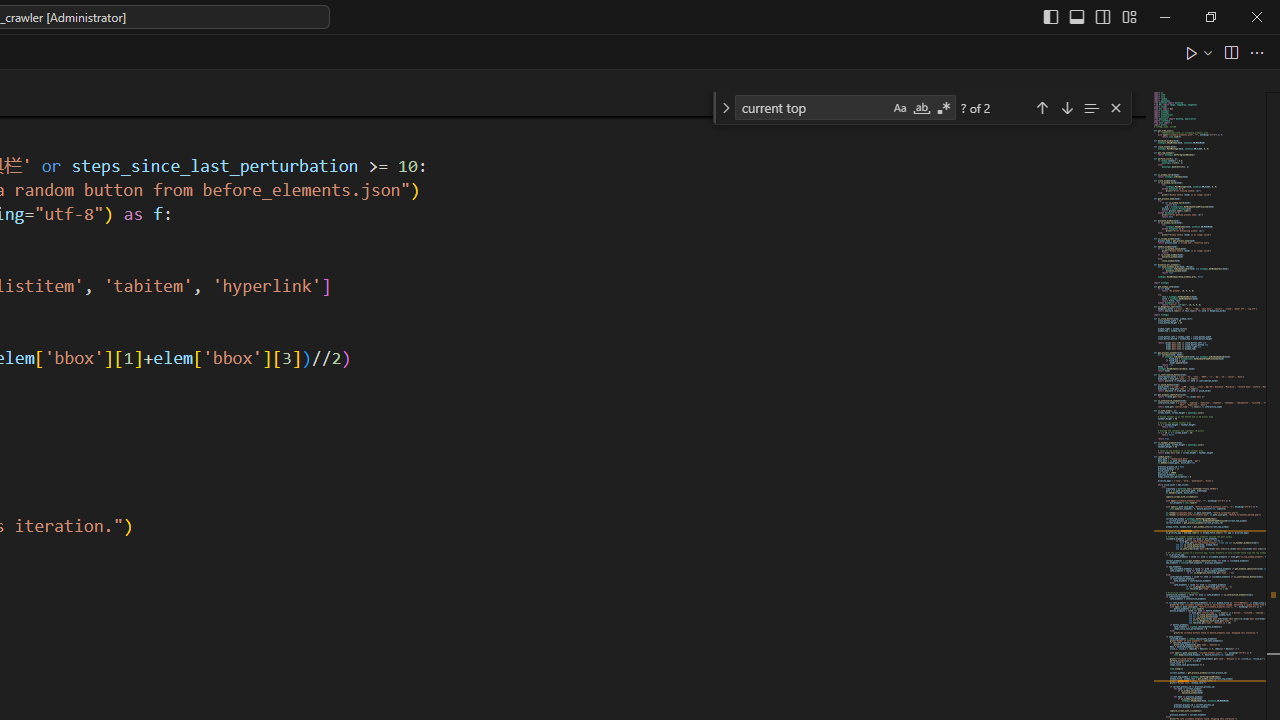 This screenshot has height=720, width=1280. I want to click on 'Next Match (Enter)', so click(1065, 107).